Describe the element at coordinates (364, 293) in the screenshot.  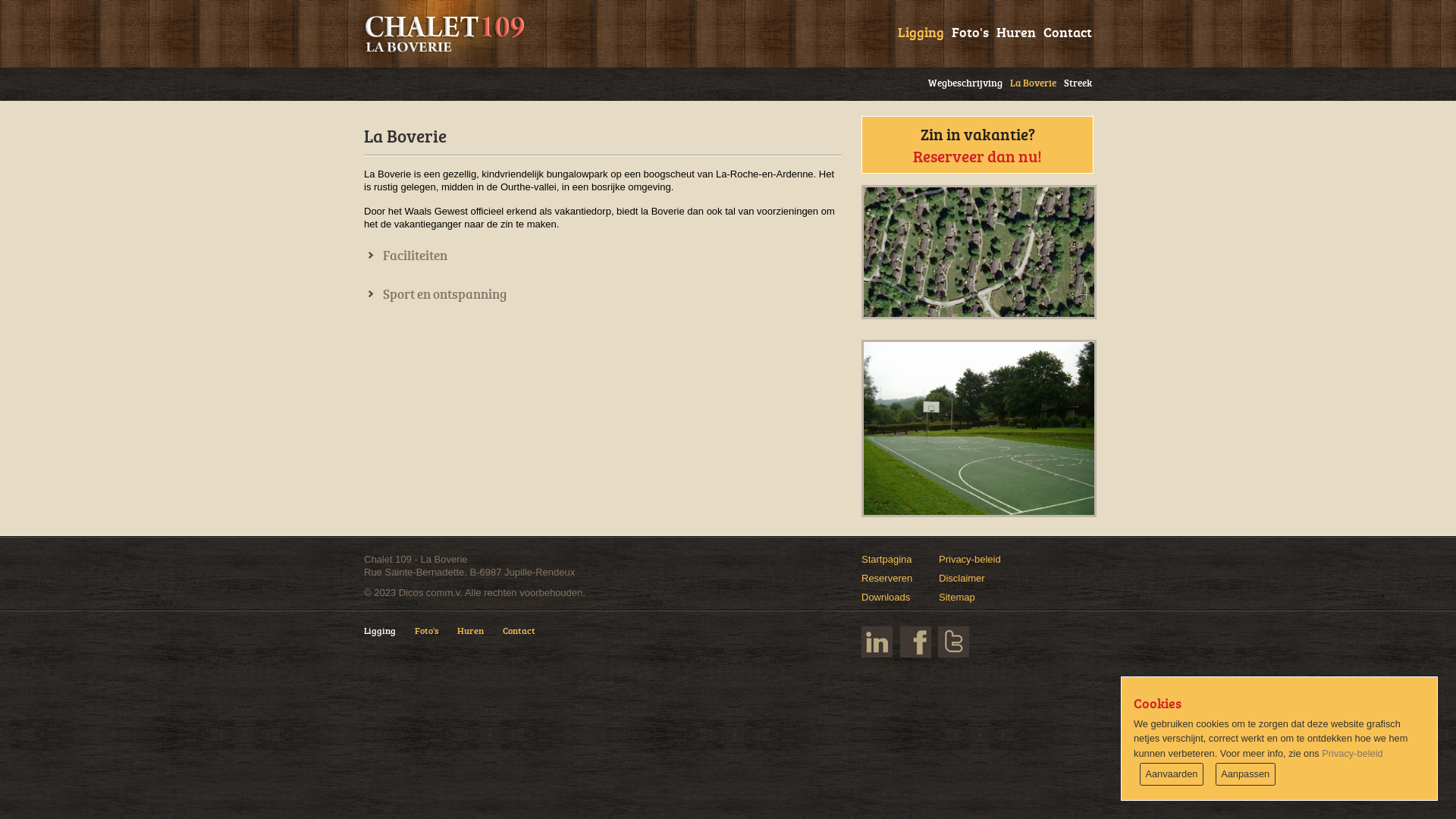
I see `'Sport en ontspanning'` at that location.